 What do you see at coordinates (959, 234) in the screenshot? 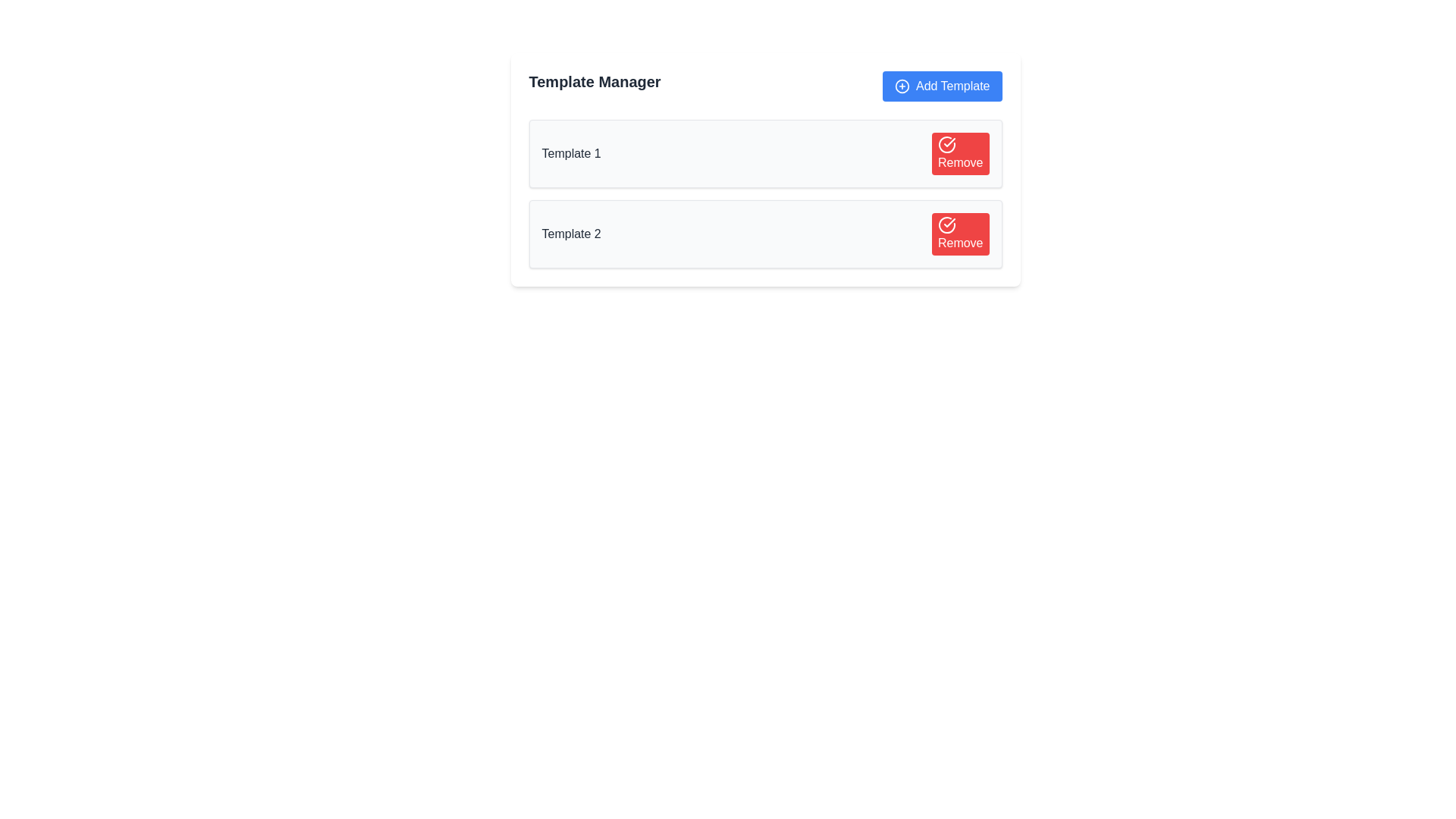
I see `the 'Remove' button associated with 'Template 2'` at bounding box center [959, 234].